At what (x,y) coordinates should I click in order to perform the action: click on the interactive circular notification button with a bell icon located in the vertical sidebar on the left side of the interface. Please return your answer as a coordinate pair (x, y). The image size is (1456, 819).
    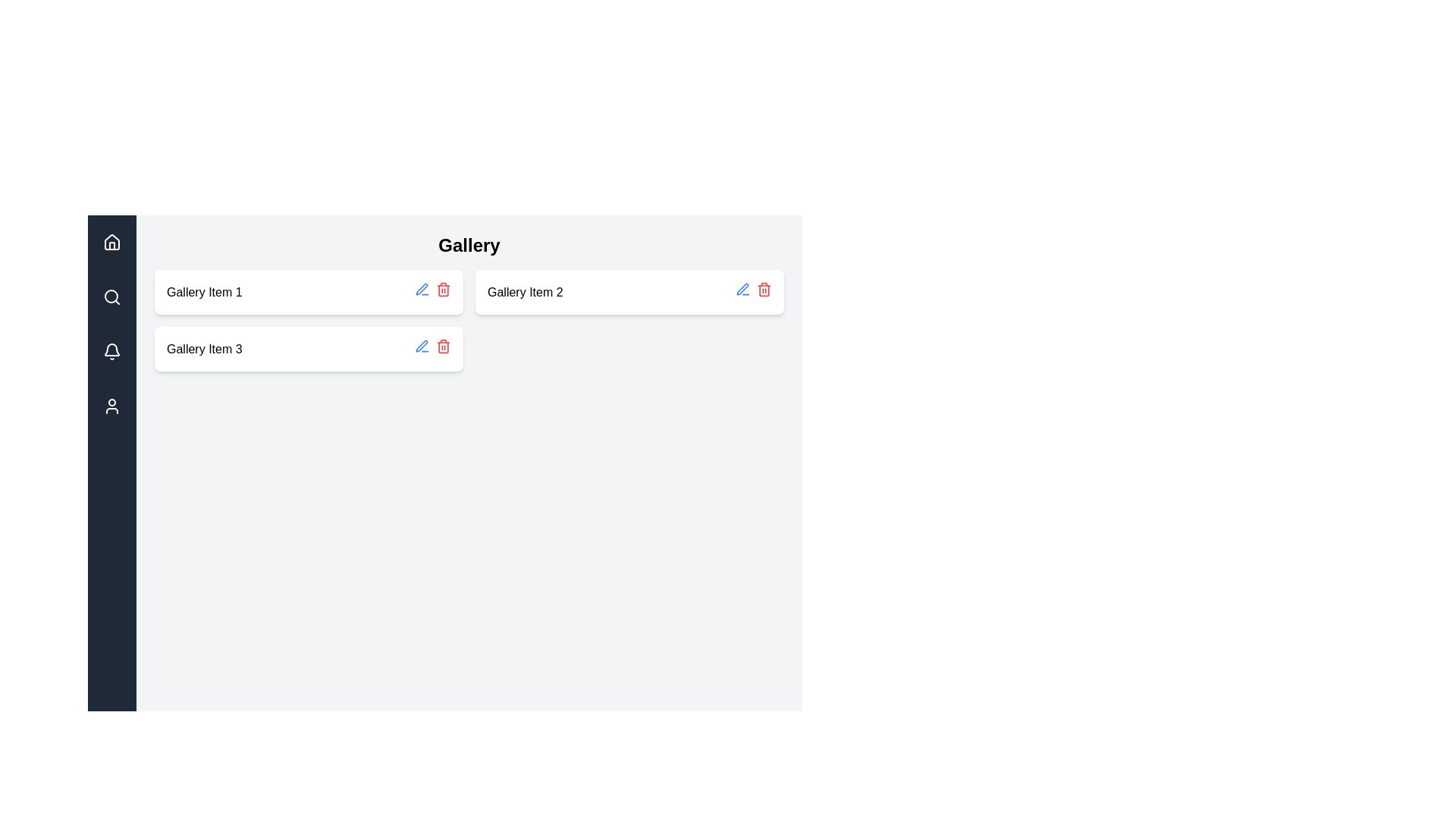
    Looking at the image, I should click on (111, 351).